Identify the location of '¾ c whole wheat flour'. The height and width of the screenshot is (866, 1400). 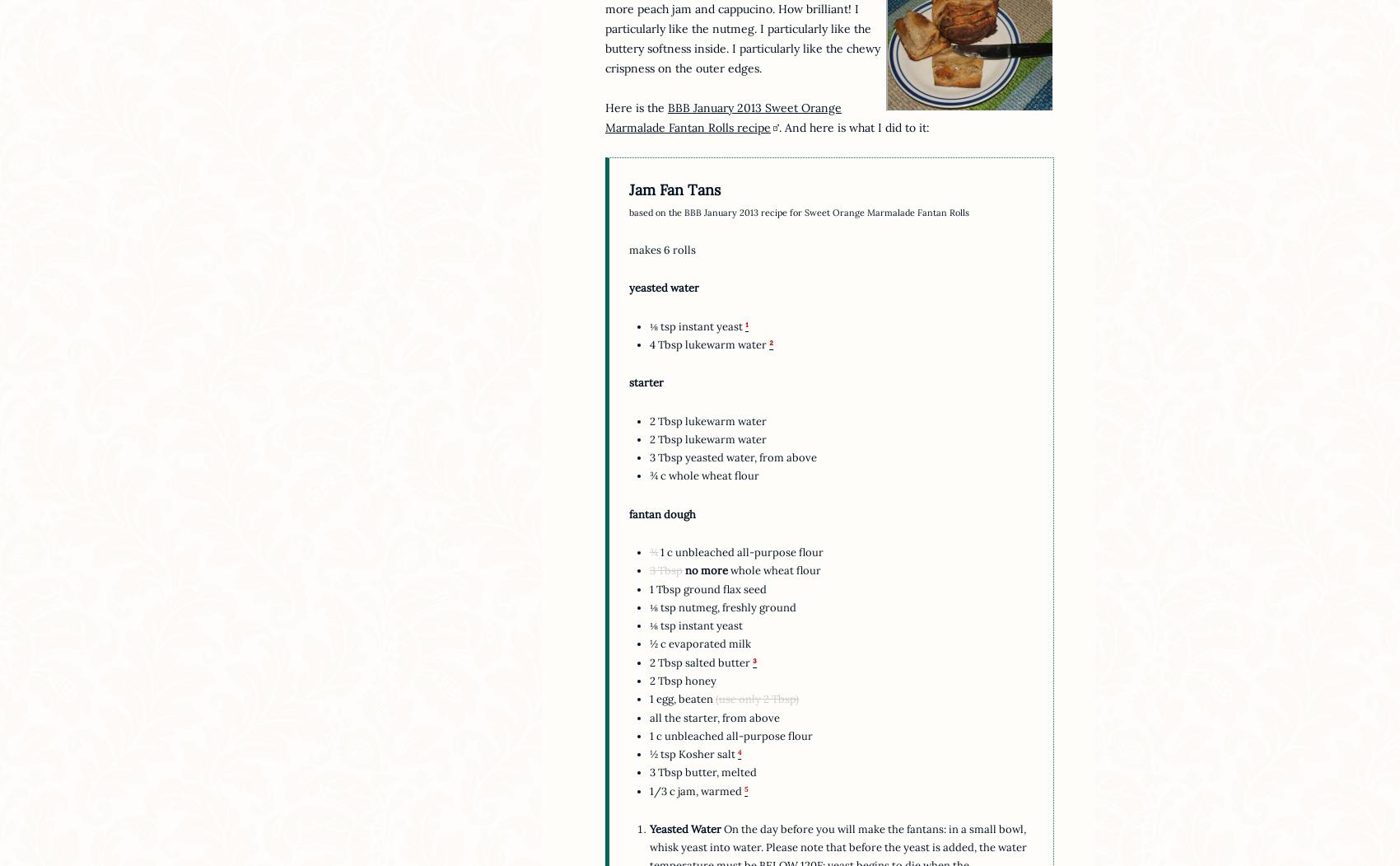
(704, 475).